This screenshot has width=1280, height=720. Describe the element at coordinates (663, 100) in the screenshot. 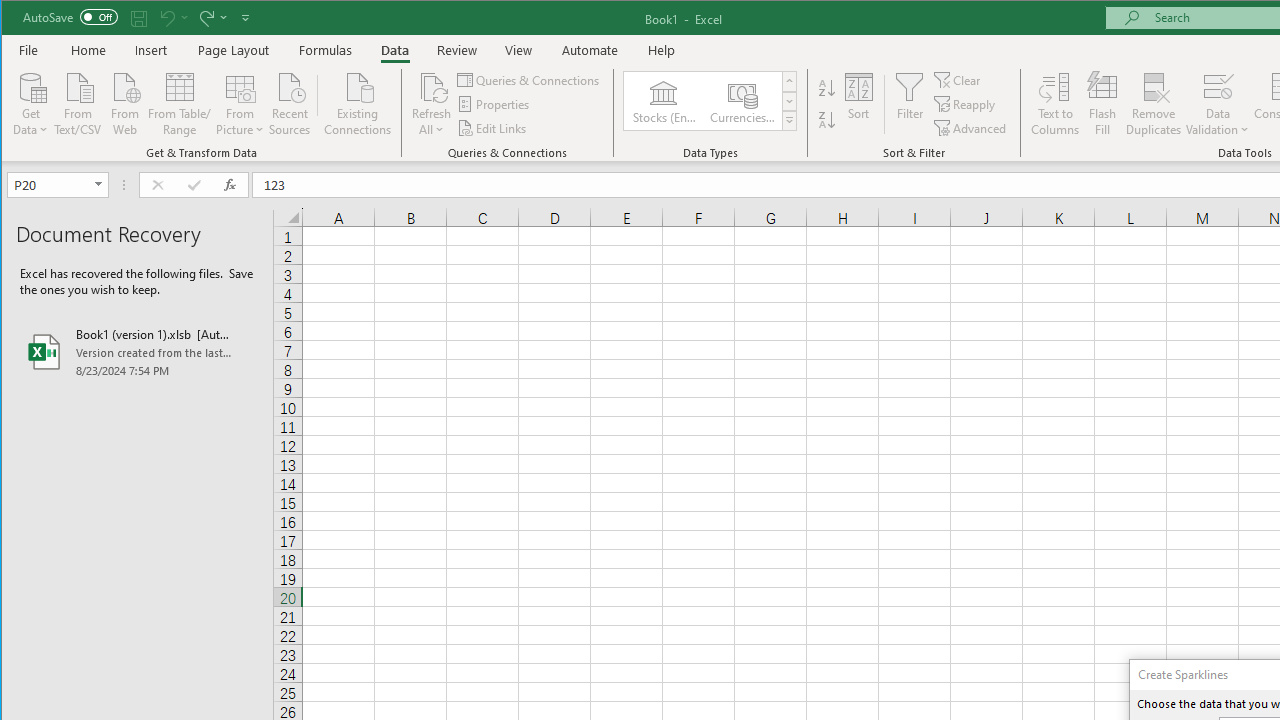

I see `'Stocks (English)'` at that location.